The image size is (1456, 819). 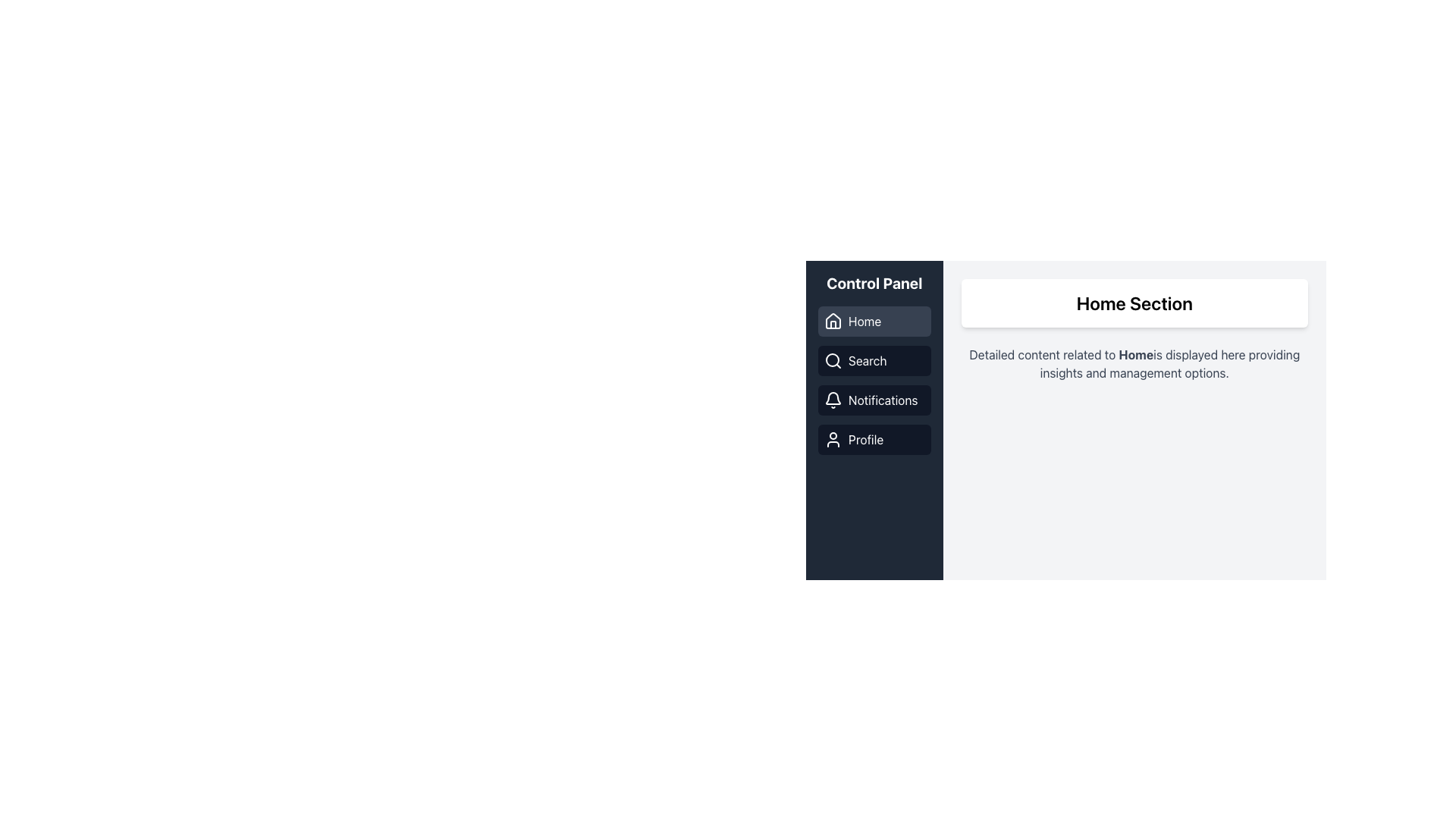 What do you see at coordinates (833, 321) in the screenshot?
I see `the house icon representing the navigational indicator located in the sidebar navigation menu, which is to the left of the 'Home' text` at bounding box center [833, 321].